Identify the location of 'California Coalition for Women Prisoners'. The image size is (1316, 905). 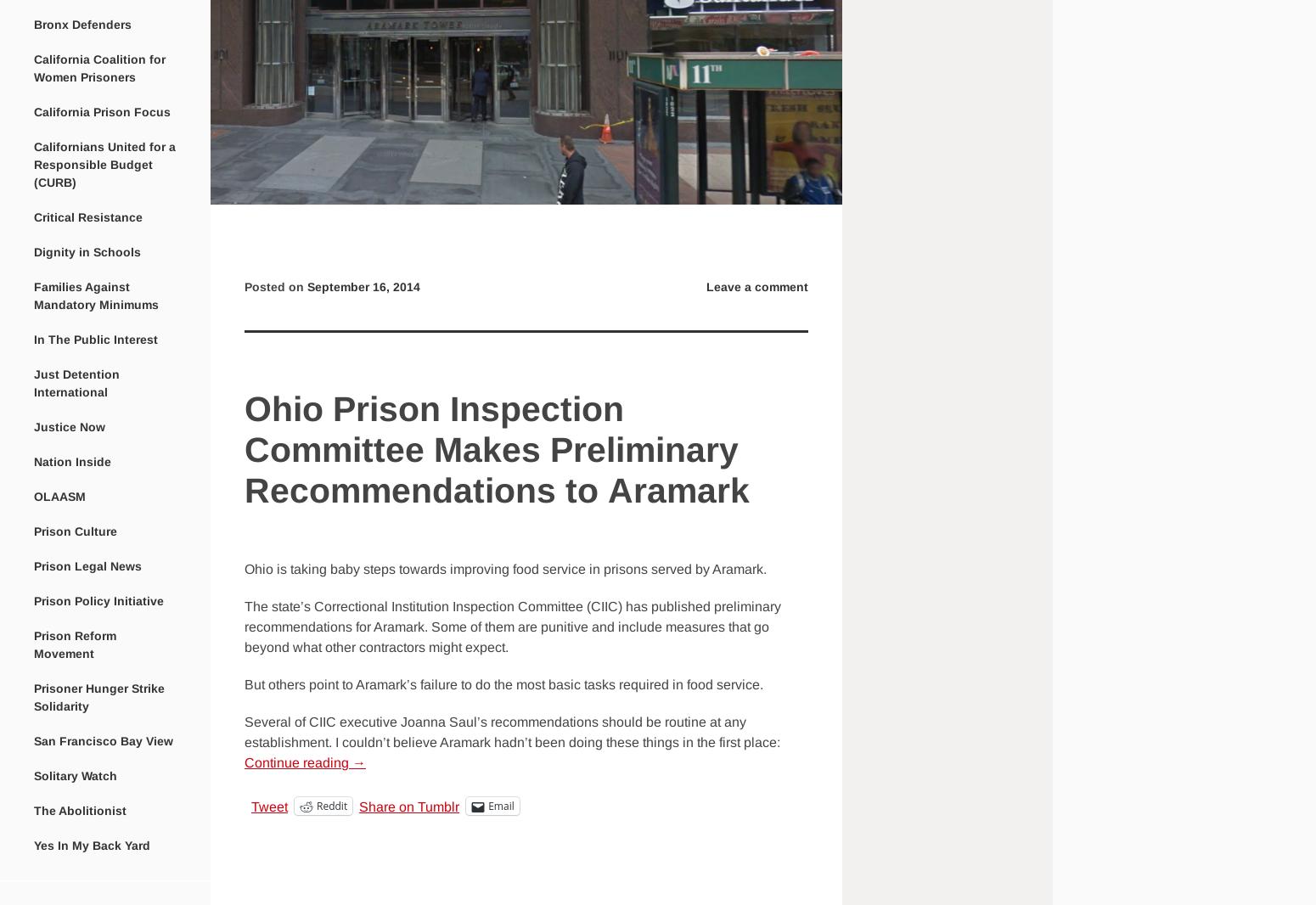
(99, 66).